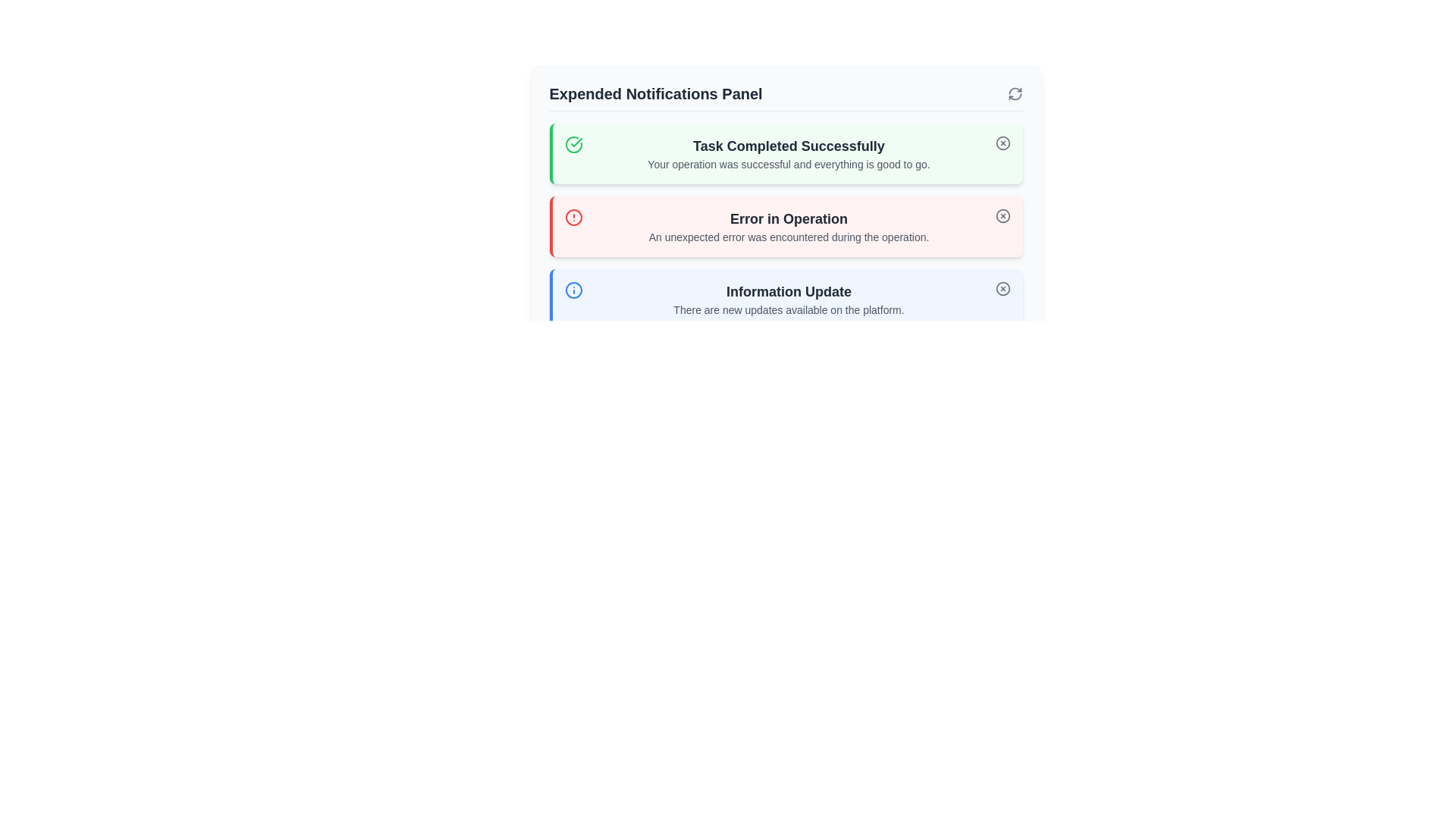 The height and width of the screenshot is (819, 1456). I want to click on the text label displaying 'Information Update', which is styled in bold and dark gray, located at the top of the notification card, so click(789, 292).